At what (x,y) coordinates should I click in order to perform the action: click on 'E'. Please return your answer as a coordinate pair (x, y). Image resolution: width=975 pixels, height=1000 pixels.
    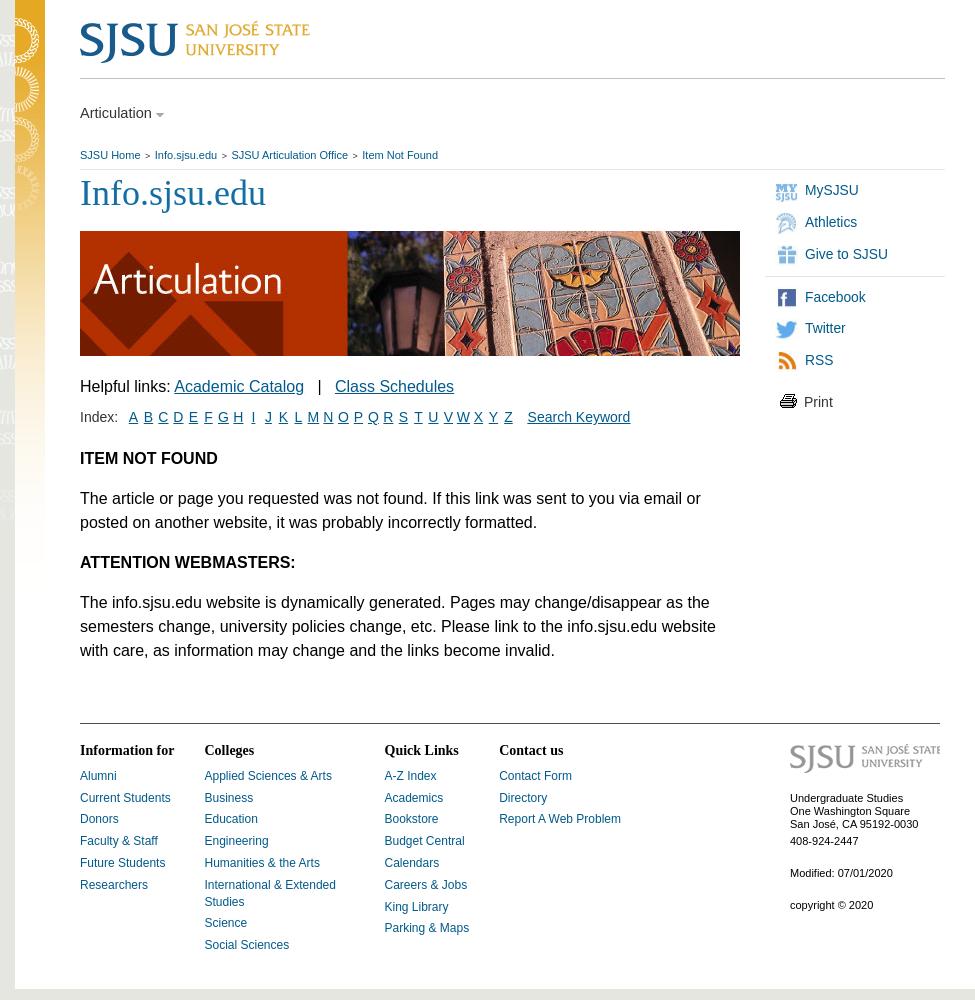
    Looking at the image, I should click on (191, 417).